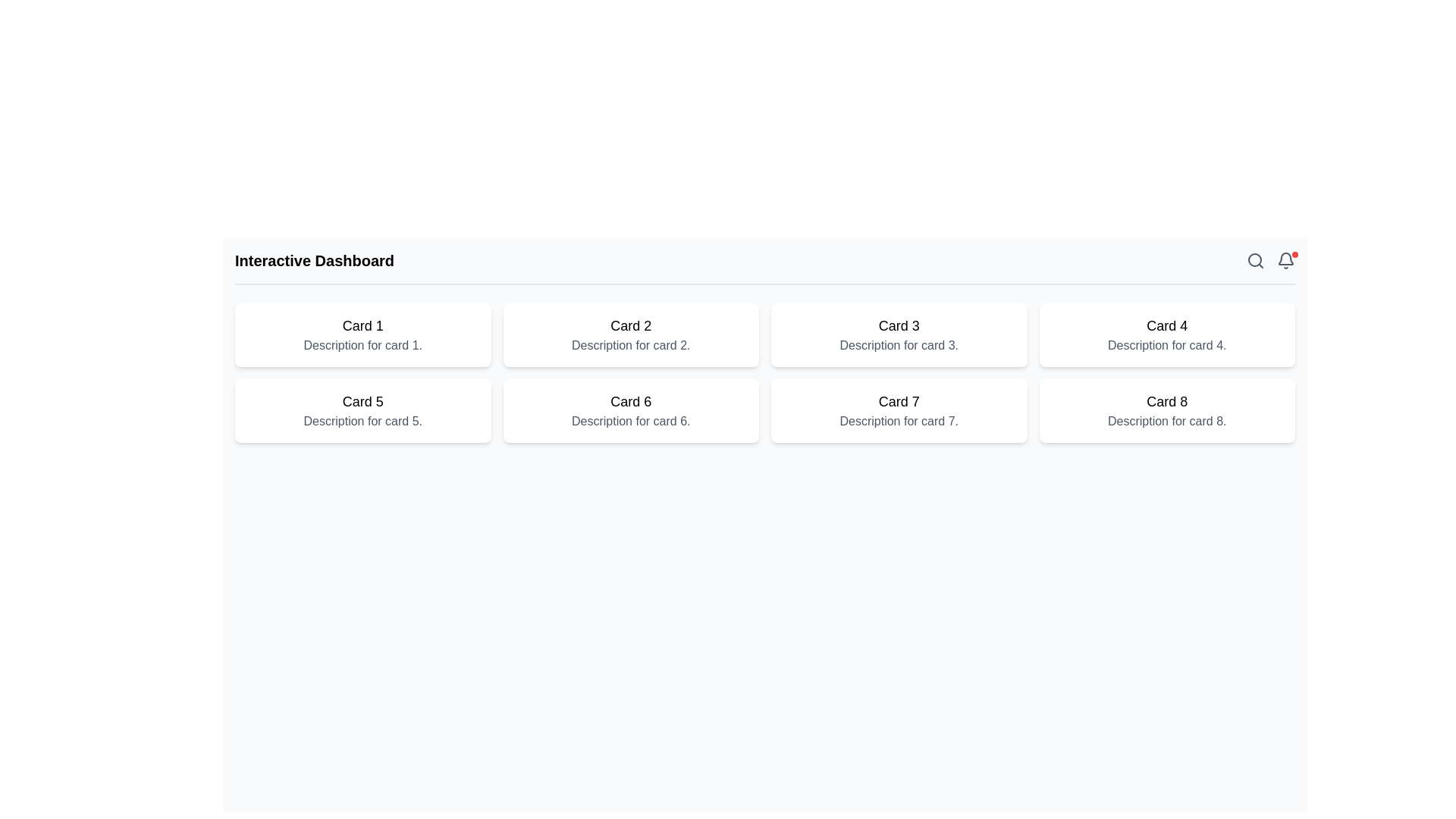 The width and height of the screenshot is (1456, 819). I want to click on the header text label of 'Card 7', which is the second card in the second row of the grid layout, located between 'Card 6' and 'Card 8', so click(899, 400).